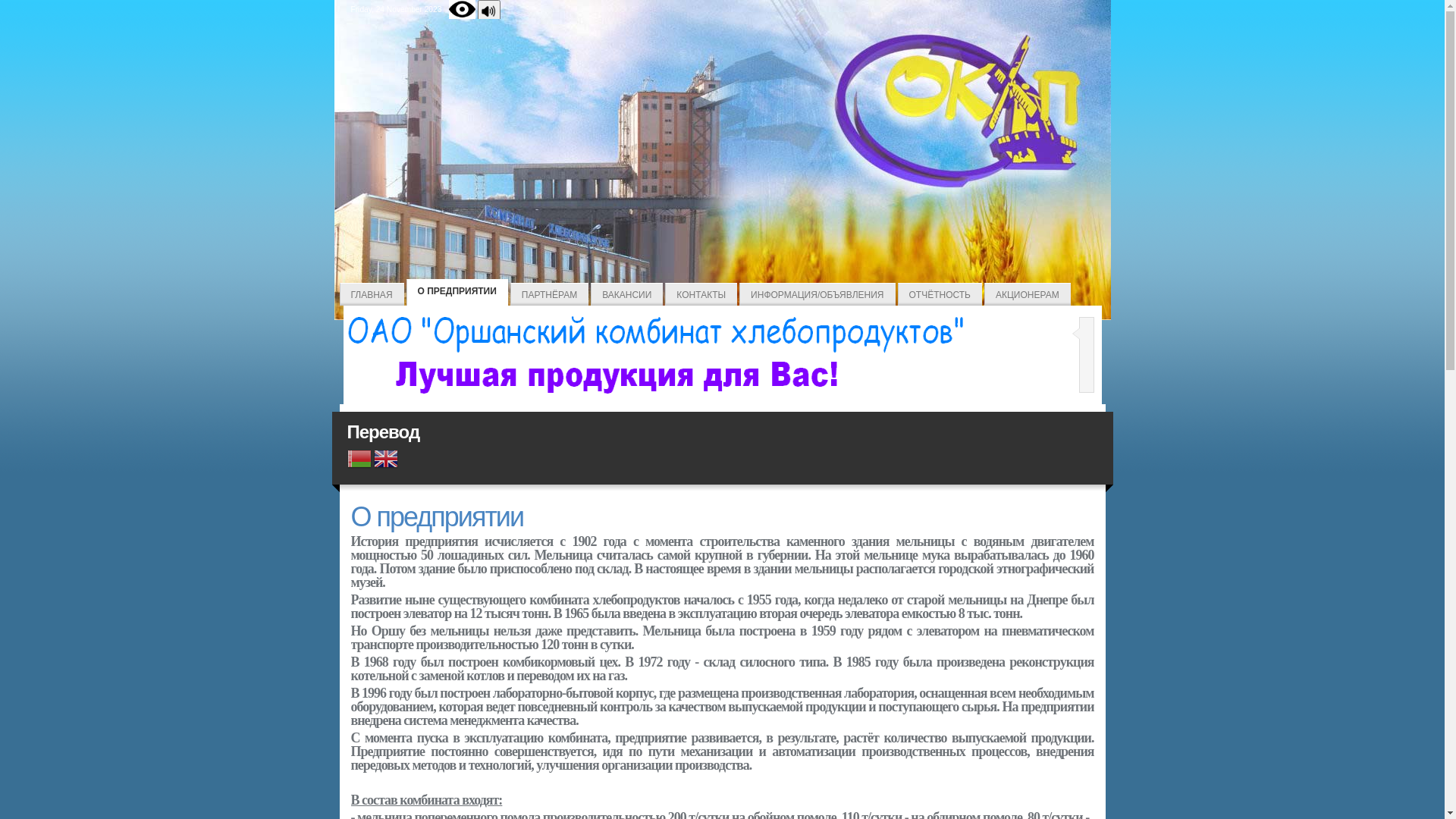 The height and width of the screenshot is (819, 1456). Describe the element at coordinates (385, 460) in the screenshot. I see `'English'` at that location.